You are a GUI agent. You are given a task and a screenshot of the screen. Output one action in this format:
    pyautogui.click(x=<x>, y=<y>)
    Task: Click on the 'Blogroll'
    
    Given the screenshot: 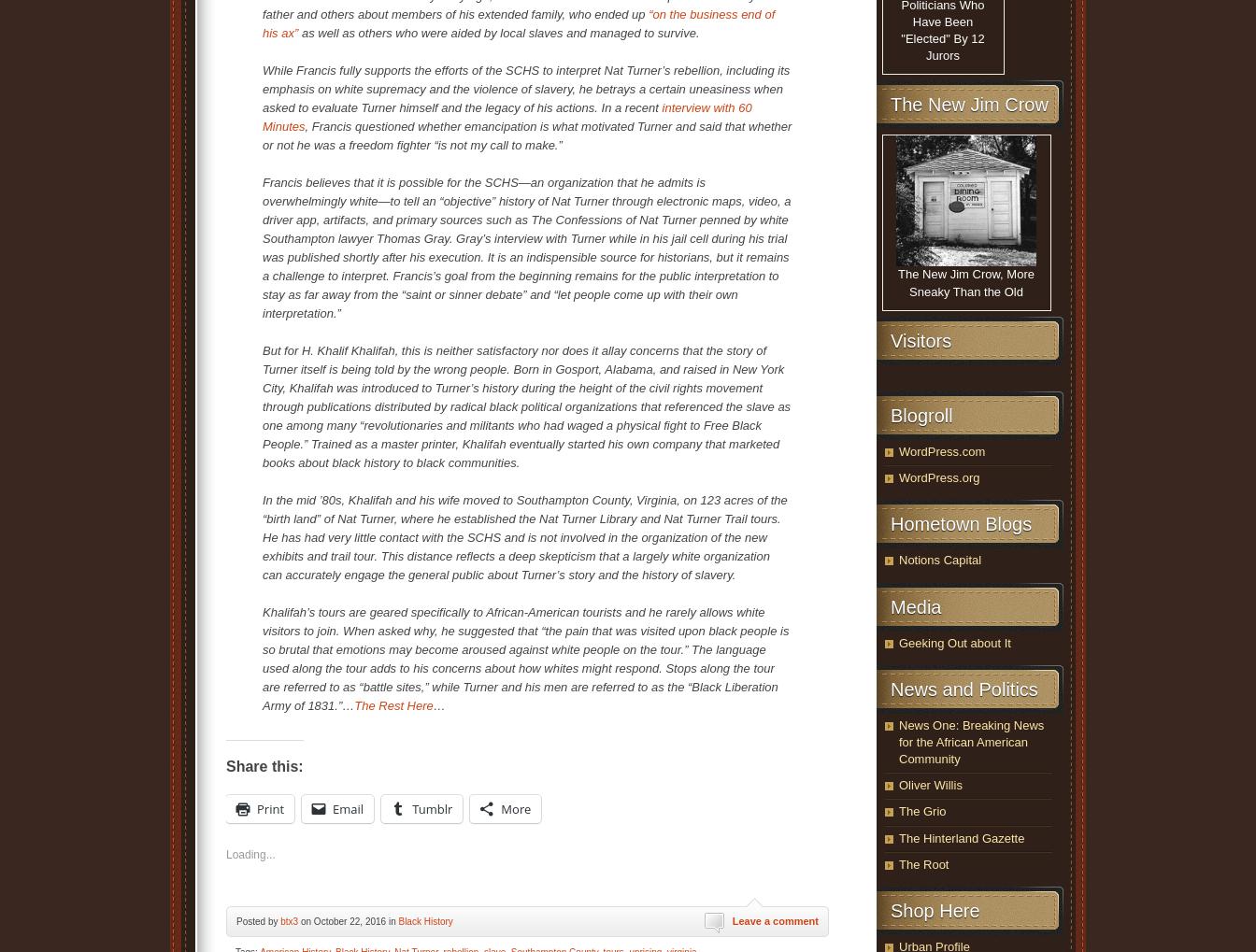 What is the action you would take?
    pyautogui.click(x=921, y=414)
    